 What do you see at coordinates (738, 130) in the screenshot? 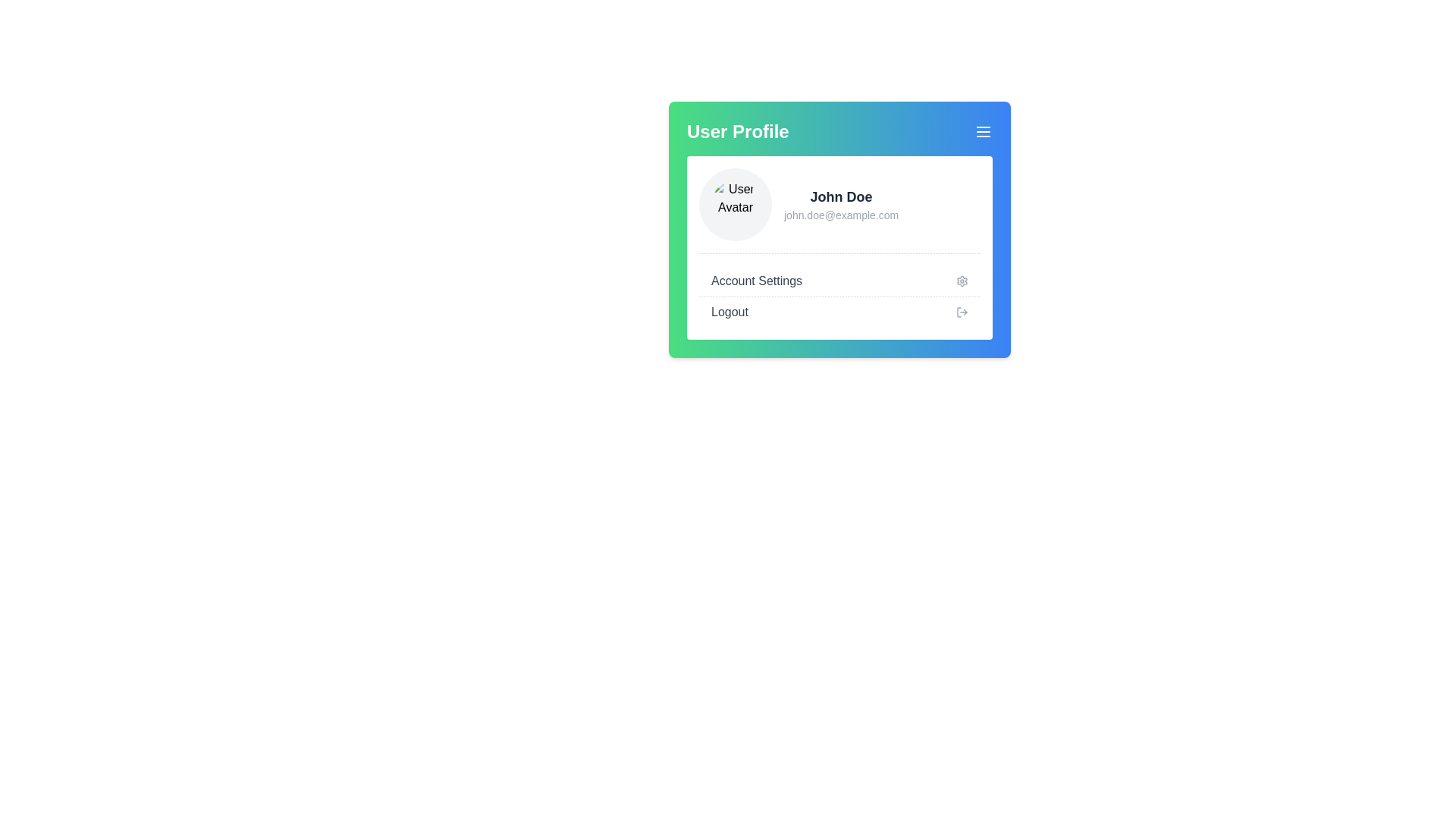
I see `the text label that serves as the header indicating the primary topic of the user profile within the header section of the user interface card` at bounding box center [738, 130].